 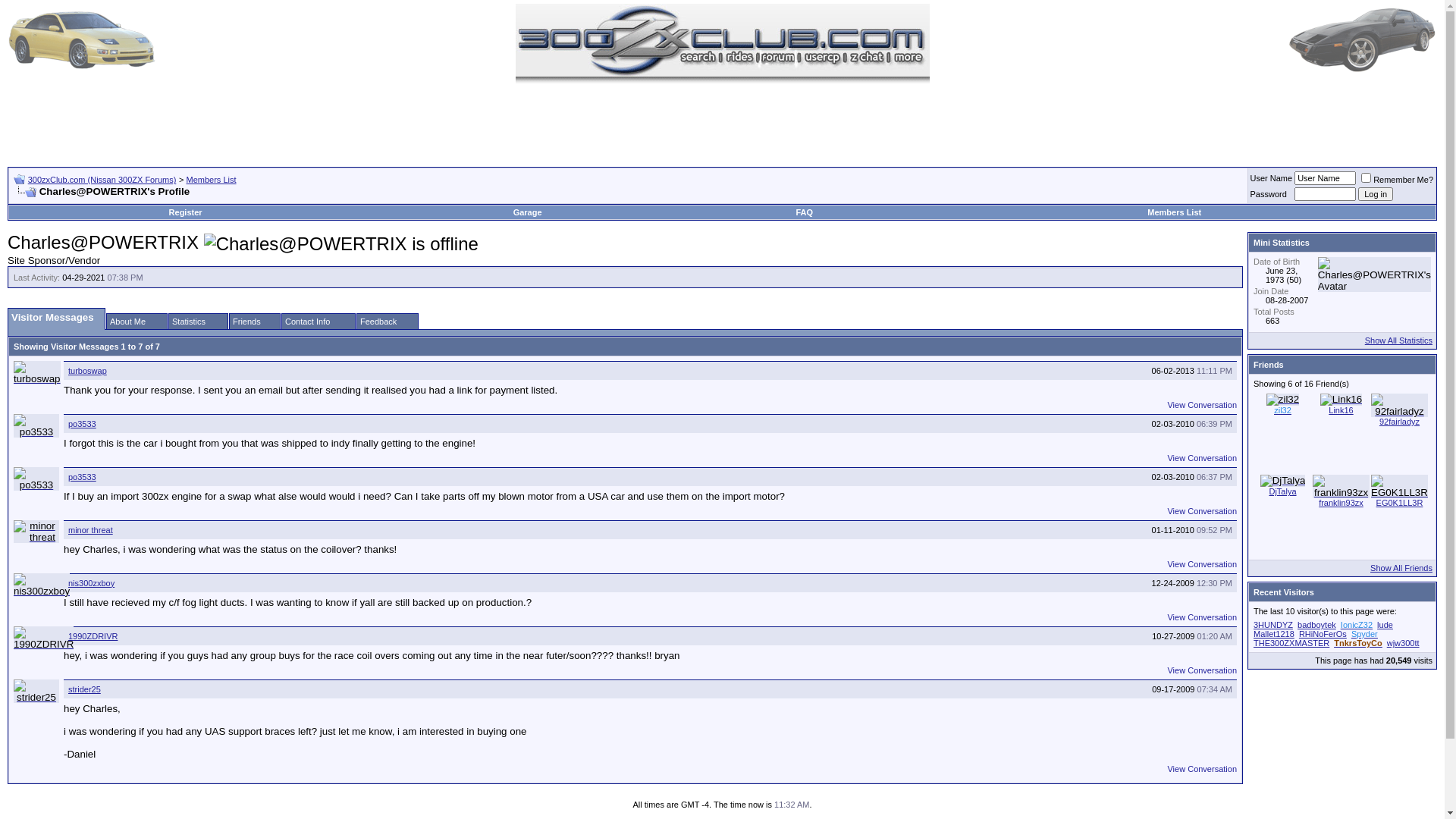 I want to click on 'Link16', so click(x=1341, y=399).